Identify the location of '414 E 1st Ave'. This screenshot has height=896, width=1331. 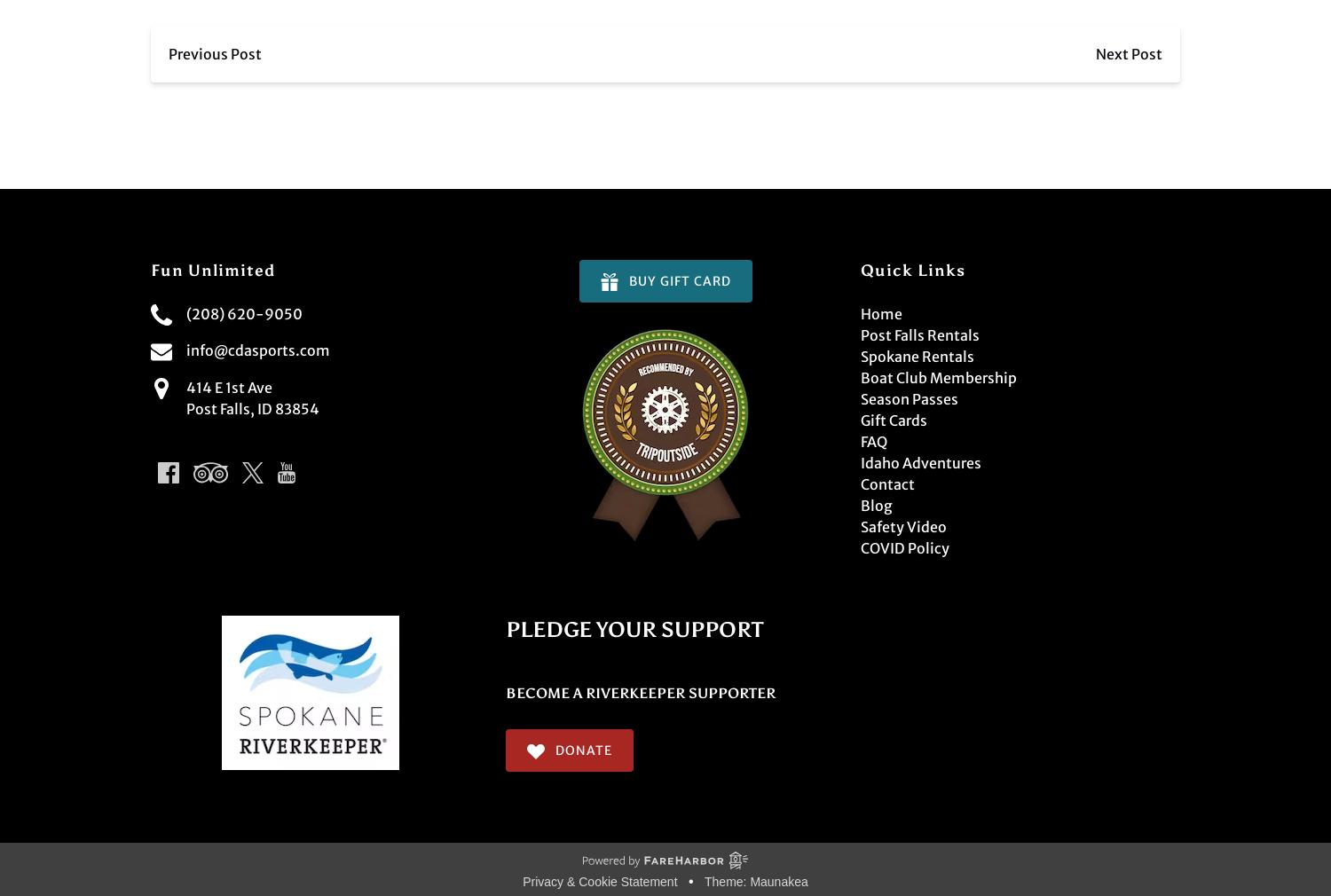
(229, 387).